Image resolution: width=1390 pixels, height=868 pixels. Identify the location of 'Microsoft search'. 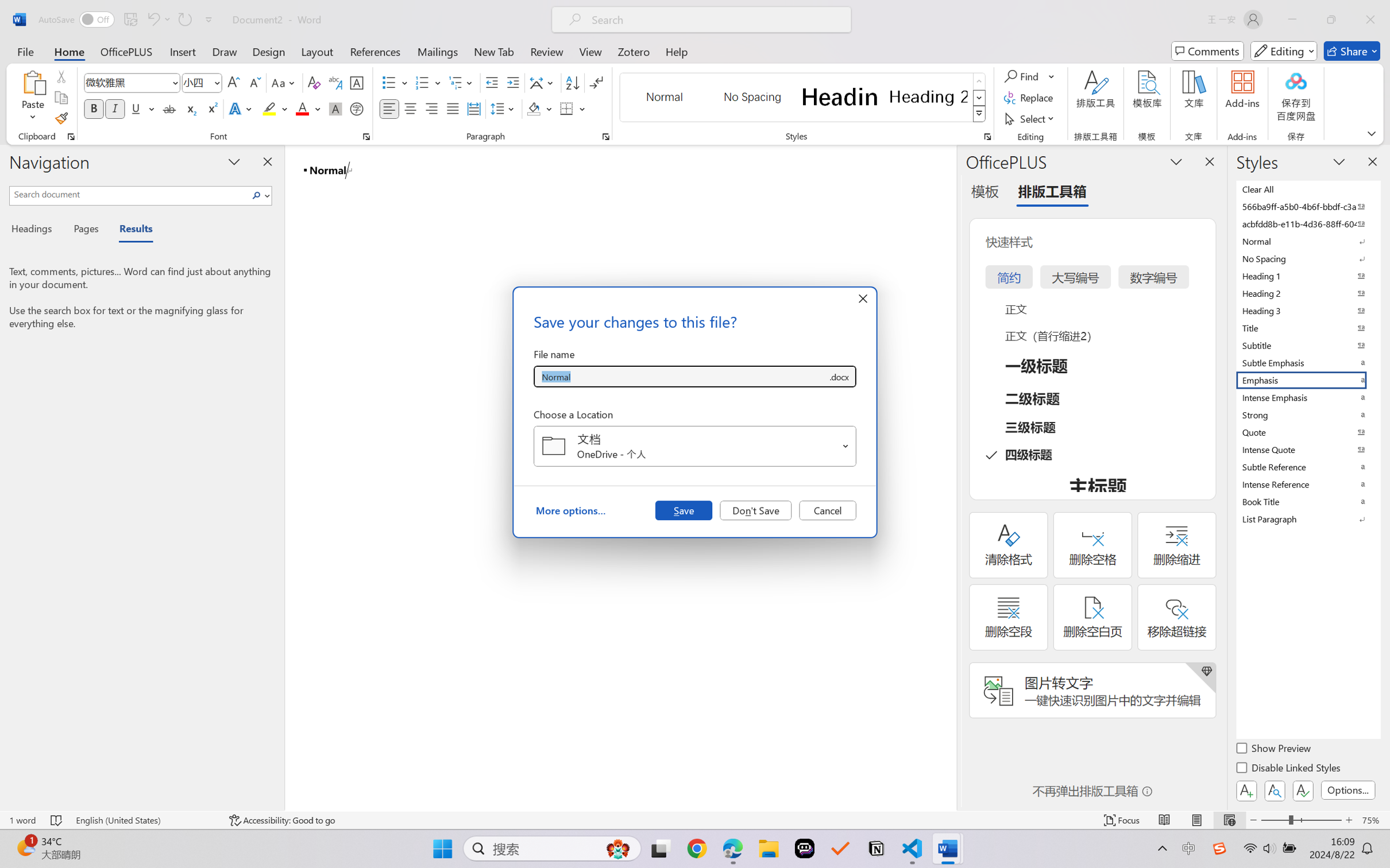
(716, 19).